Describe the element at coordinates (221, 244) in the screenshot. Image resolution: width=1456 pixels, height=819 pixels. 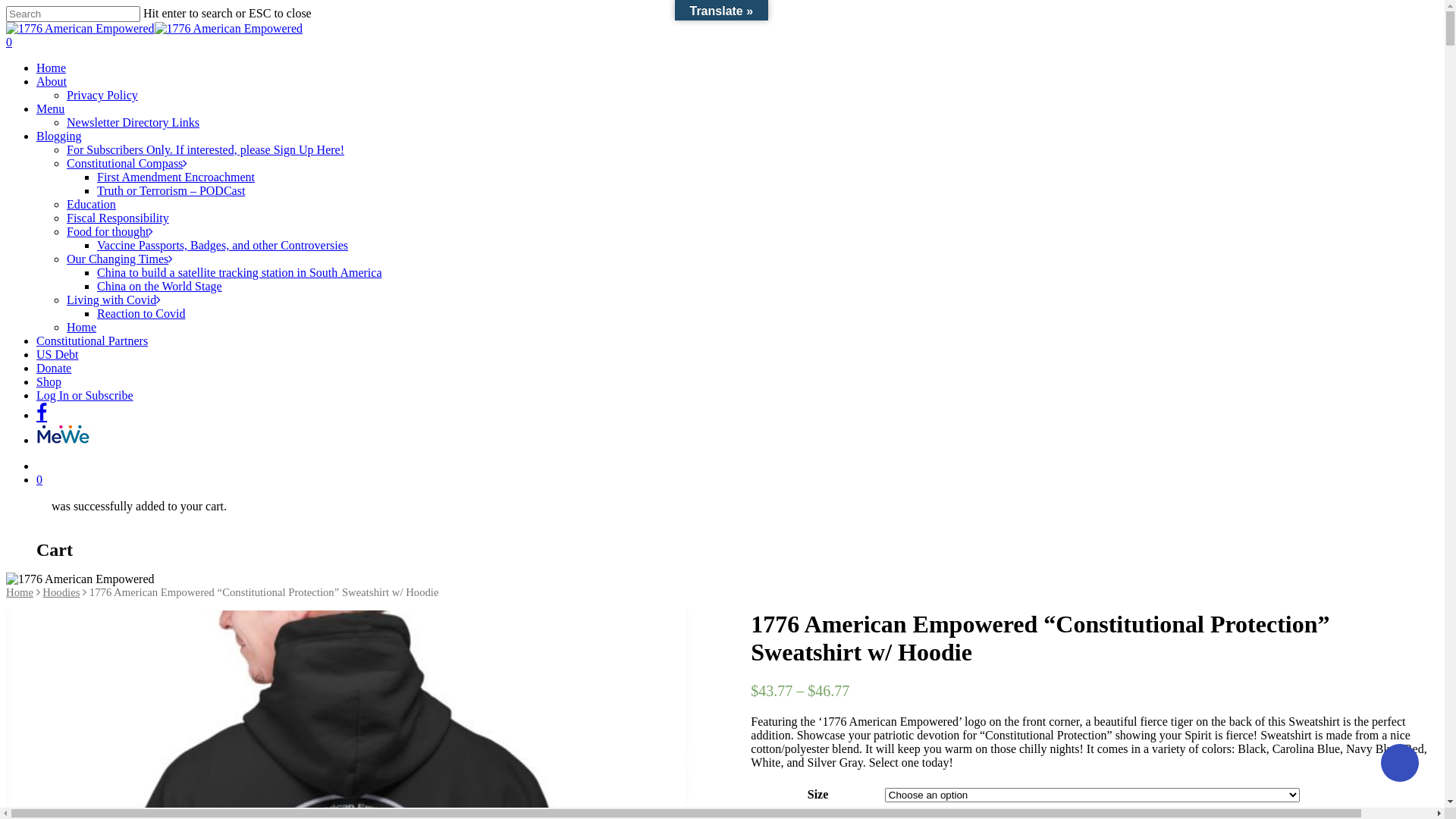
I see `'Vaccine Passports, Badges, and other Controversies'` at that location.